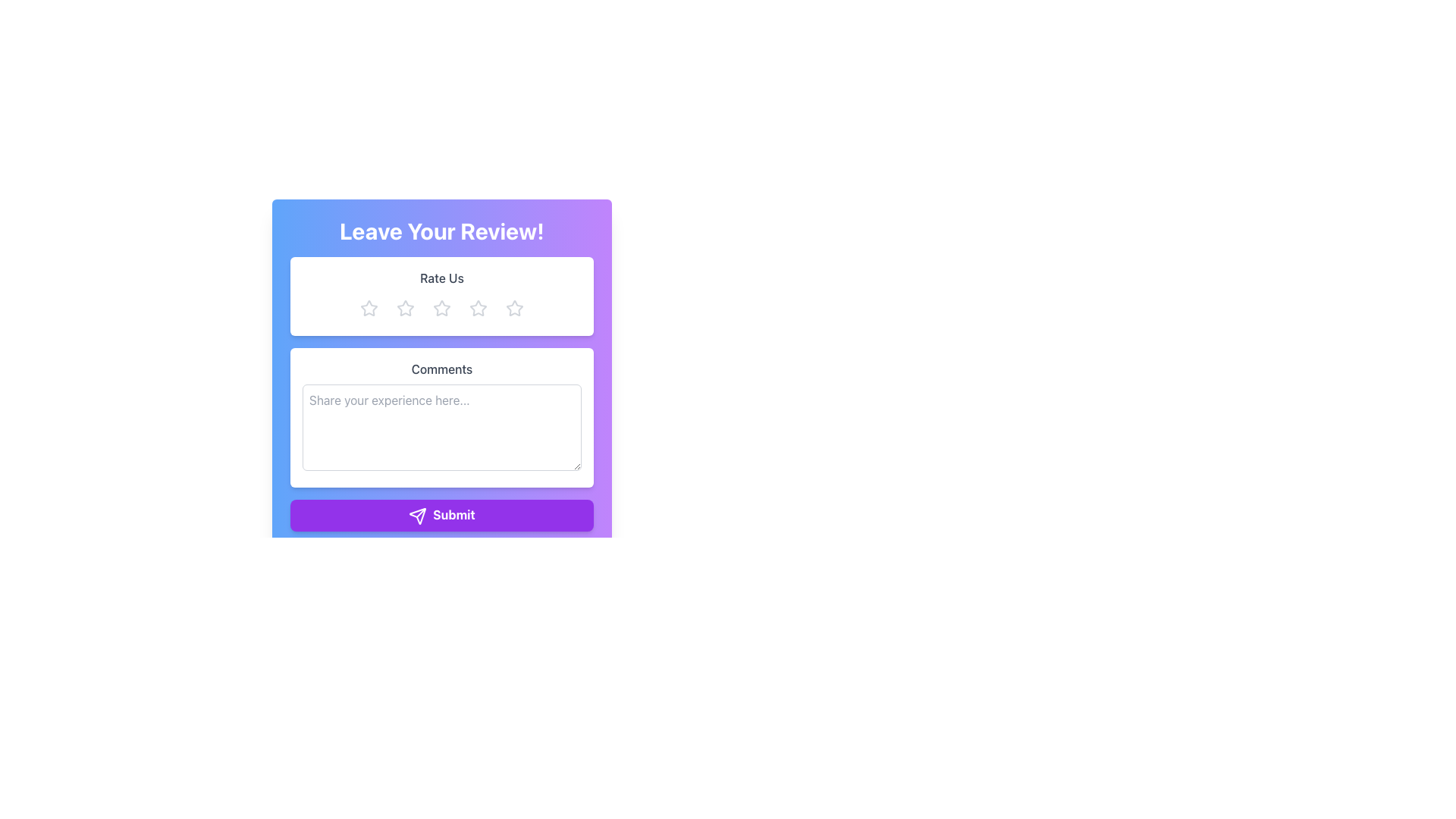 This screenshot has width=1456, height=819. I want to click on the third star icon with a gray outline under the 'Rate Us' label, so click(477, 308).